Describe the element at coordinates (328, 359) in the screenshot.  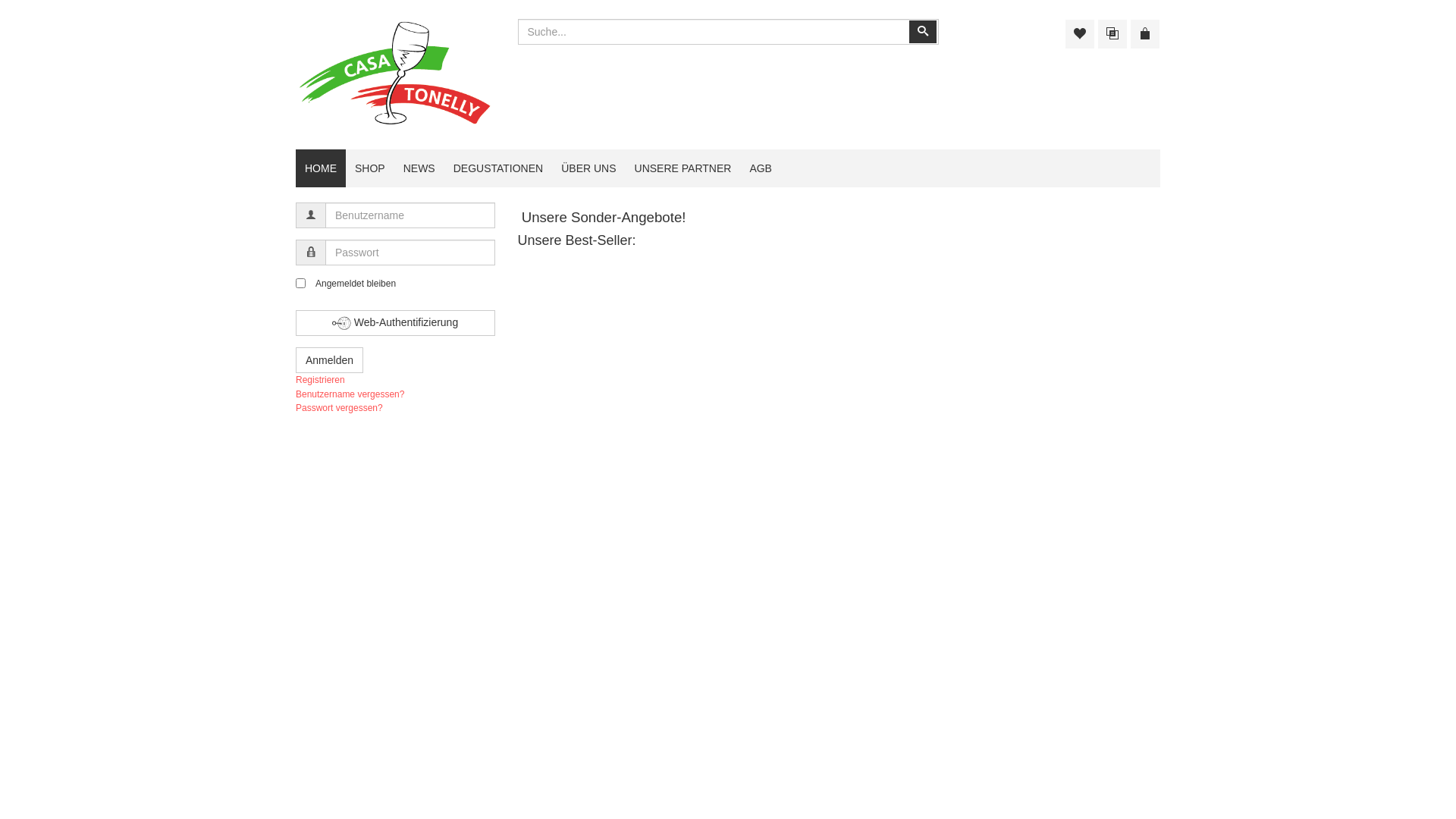
I see `'Anmelden'` at that location.